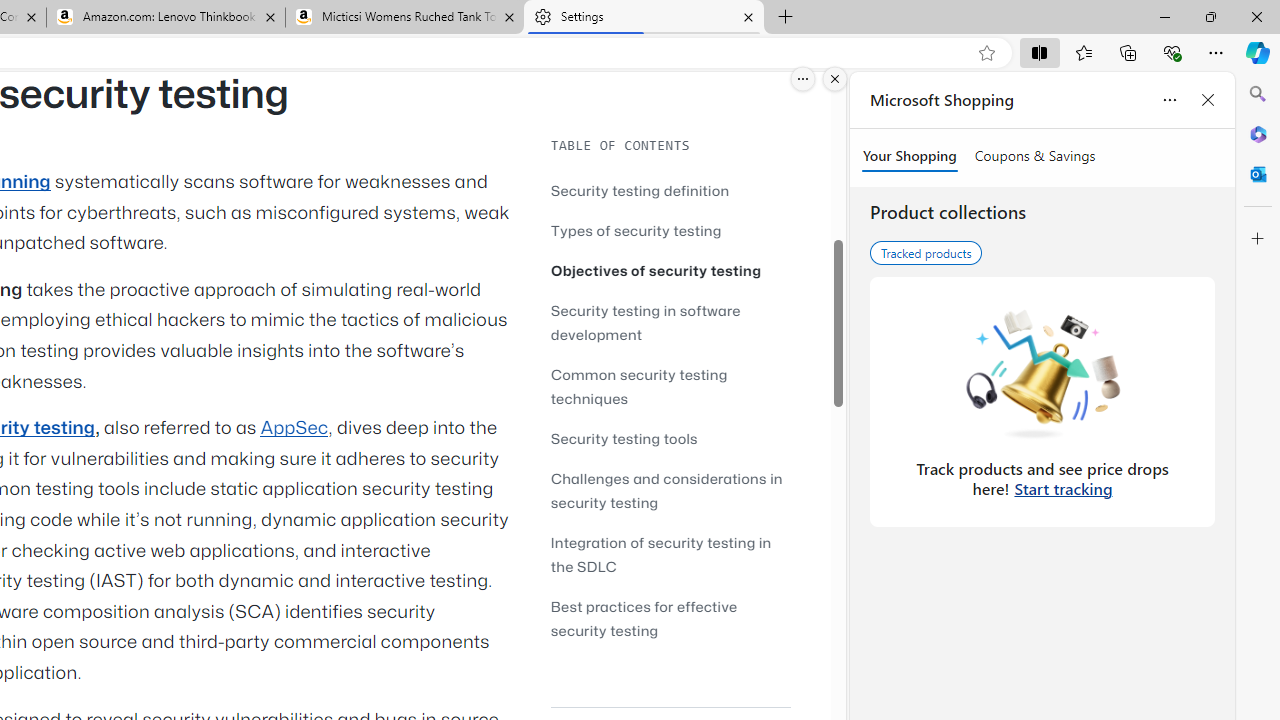 This screenshot has width=1280, height=720. Describe the element at coordinates (670, 386) in the screenshot. I see `'Common security testing techniques'` at that location.